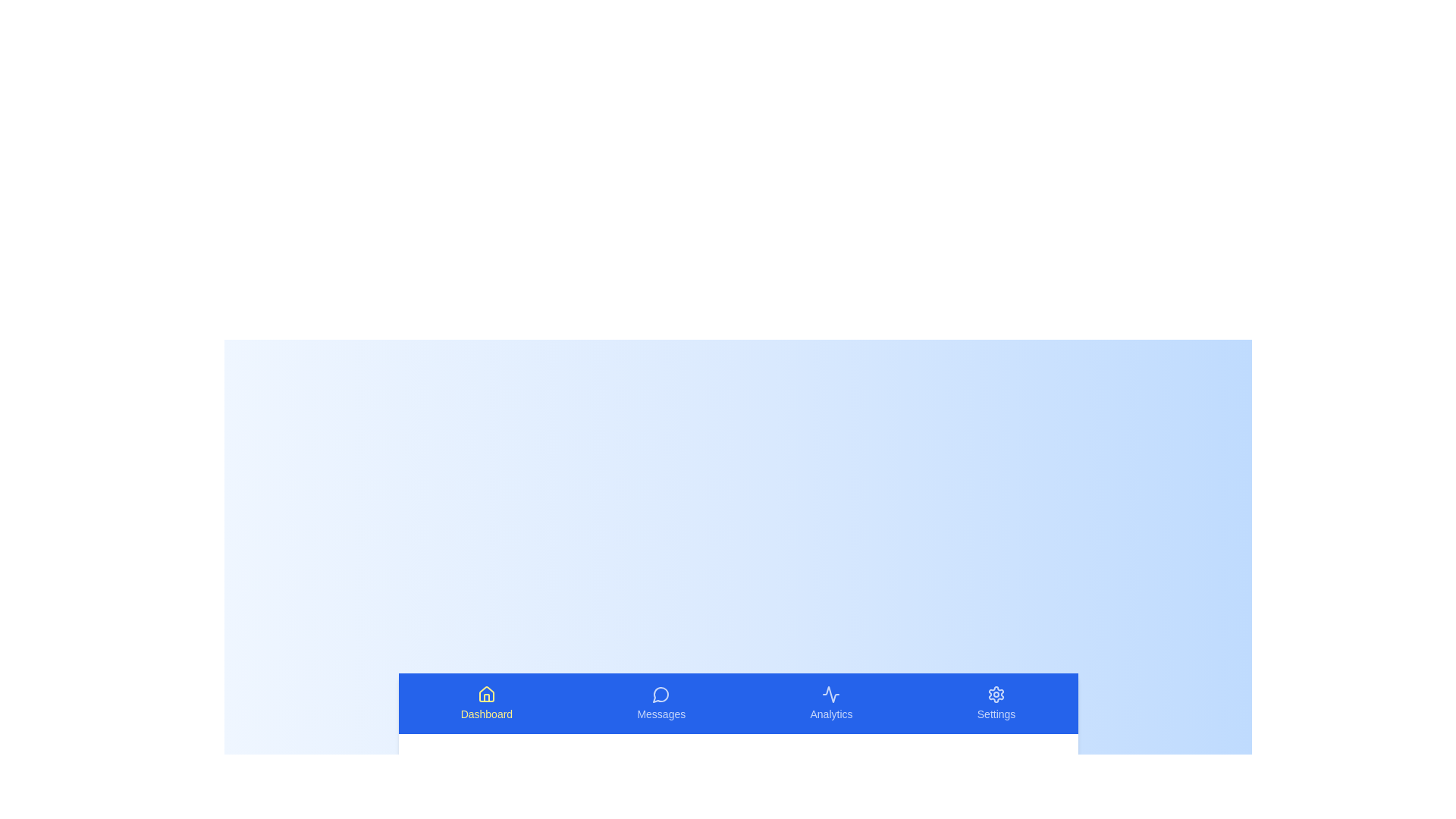  Describe the element at coordinates (996, 704) in the screenshot. I see `the tab labeled Settings to select it` at that location.